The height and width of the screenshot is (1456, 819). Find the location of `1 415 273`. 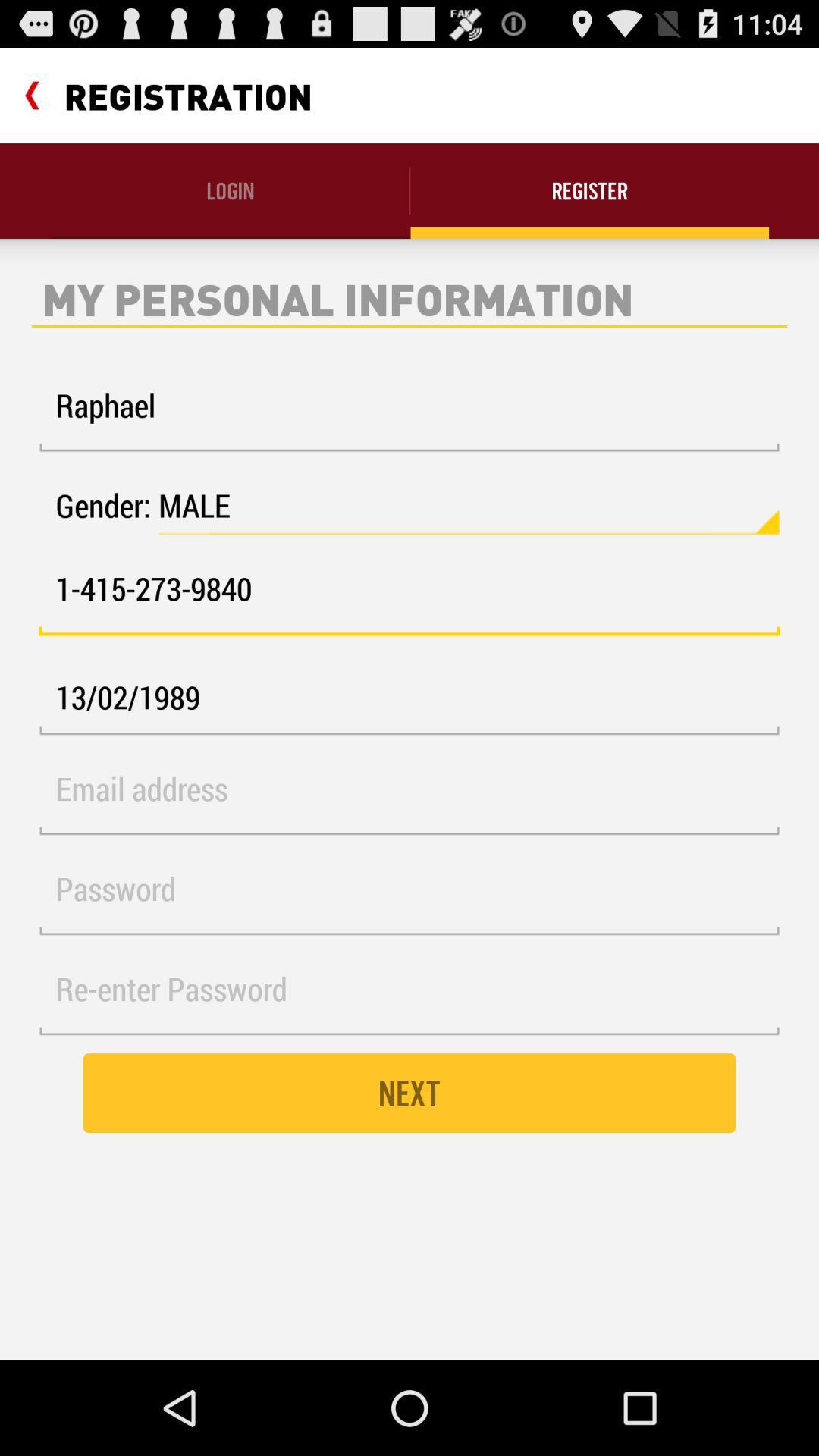

1 415 273 is located at coordinates (409, 597).